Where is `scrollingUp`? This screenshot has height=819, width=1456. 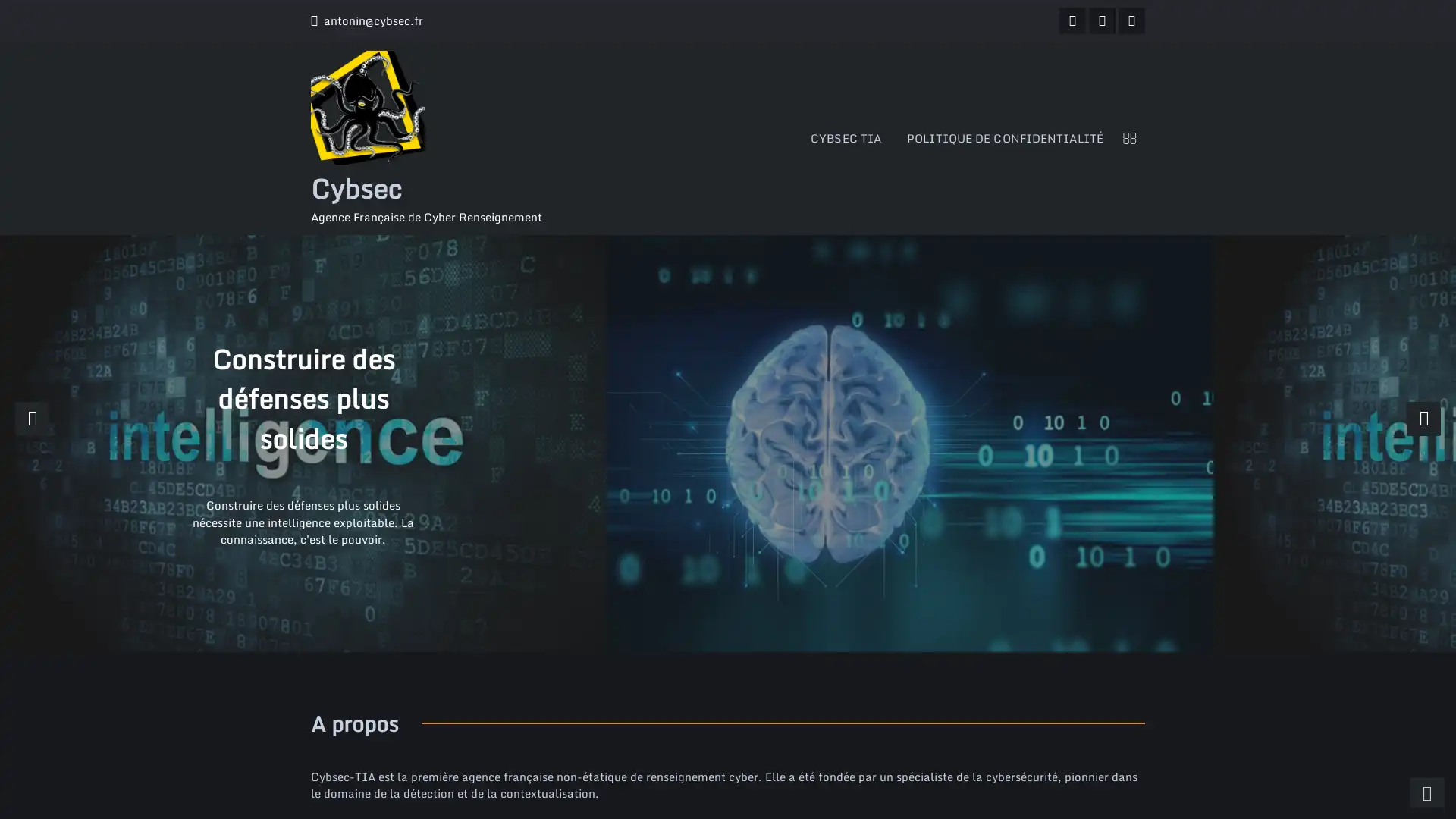
scrollingUp is located at coordinates (1426, 792).